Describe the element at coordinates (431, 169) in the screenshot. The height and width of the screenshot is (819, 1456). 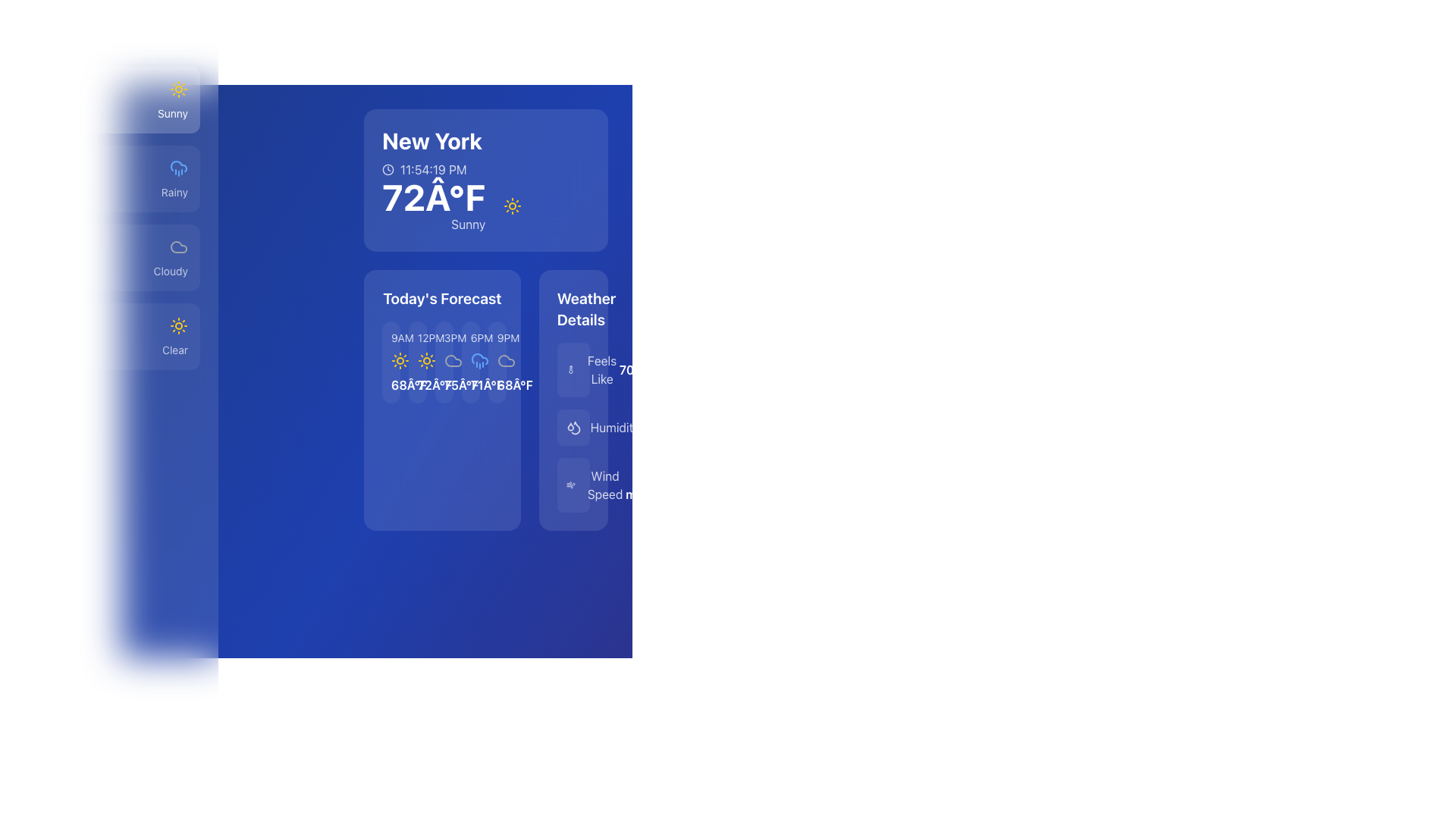
I see `the static text label displaying the current time for New York, located beneath the 'New York' text and to the right of the clock icon` at that location.